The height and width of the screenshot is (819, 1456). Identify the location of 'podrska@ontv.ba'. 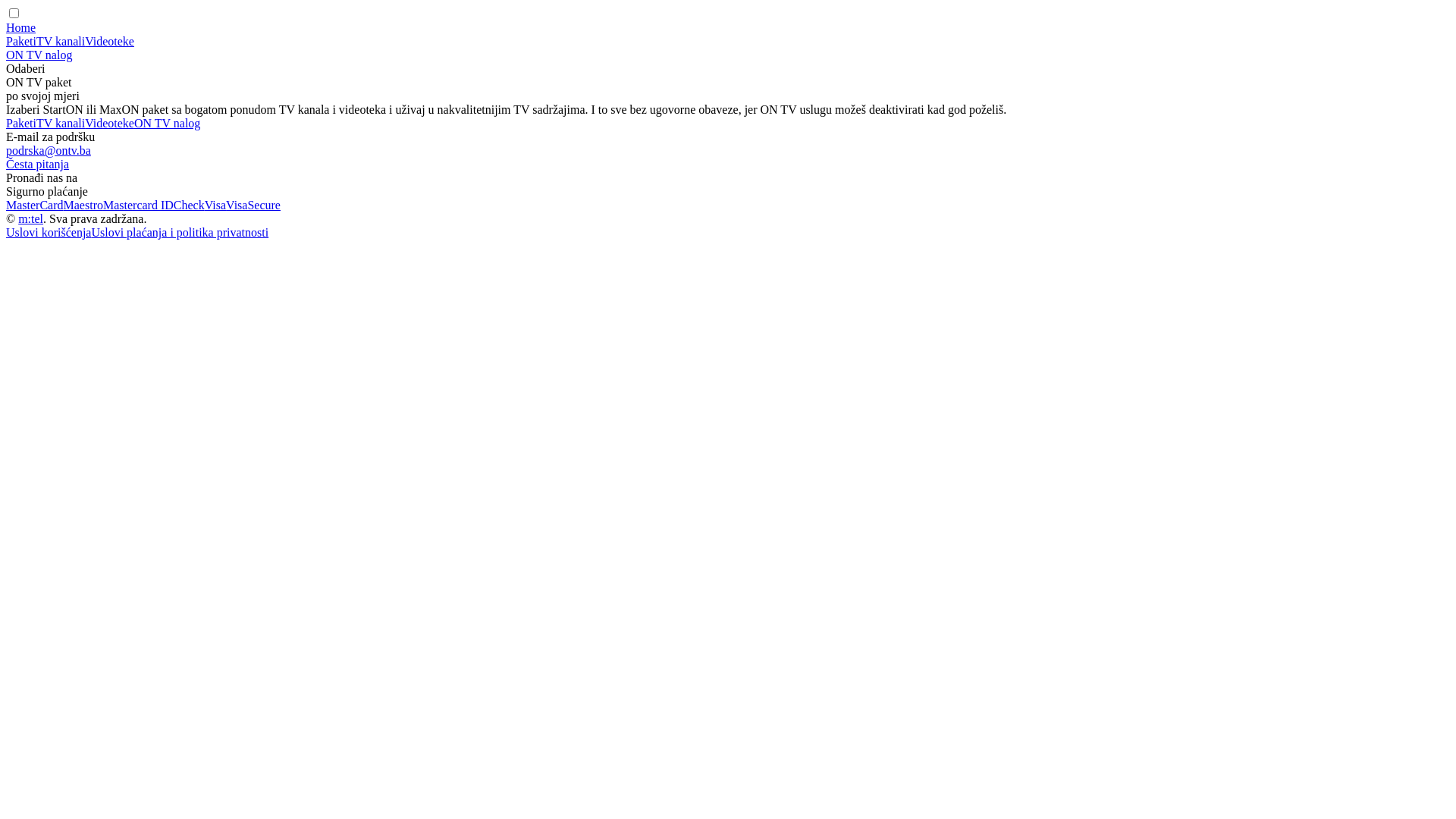
(48, 150).